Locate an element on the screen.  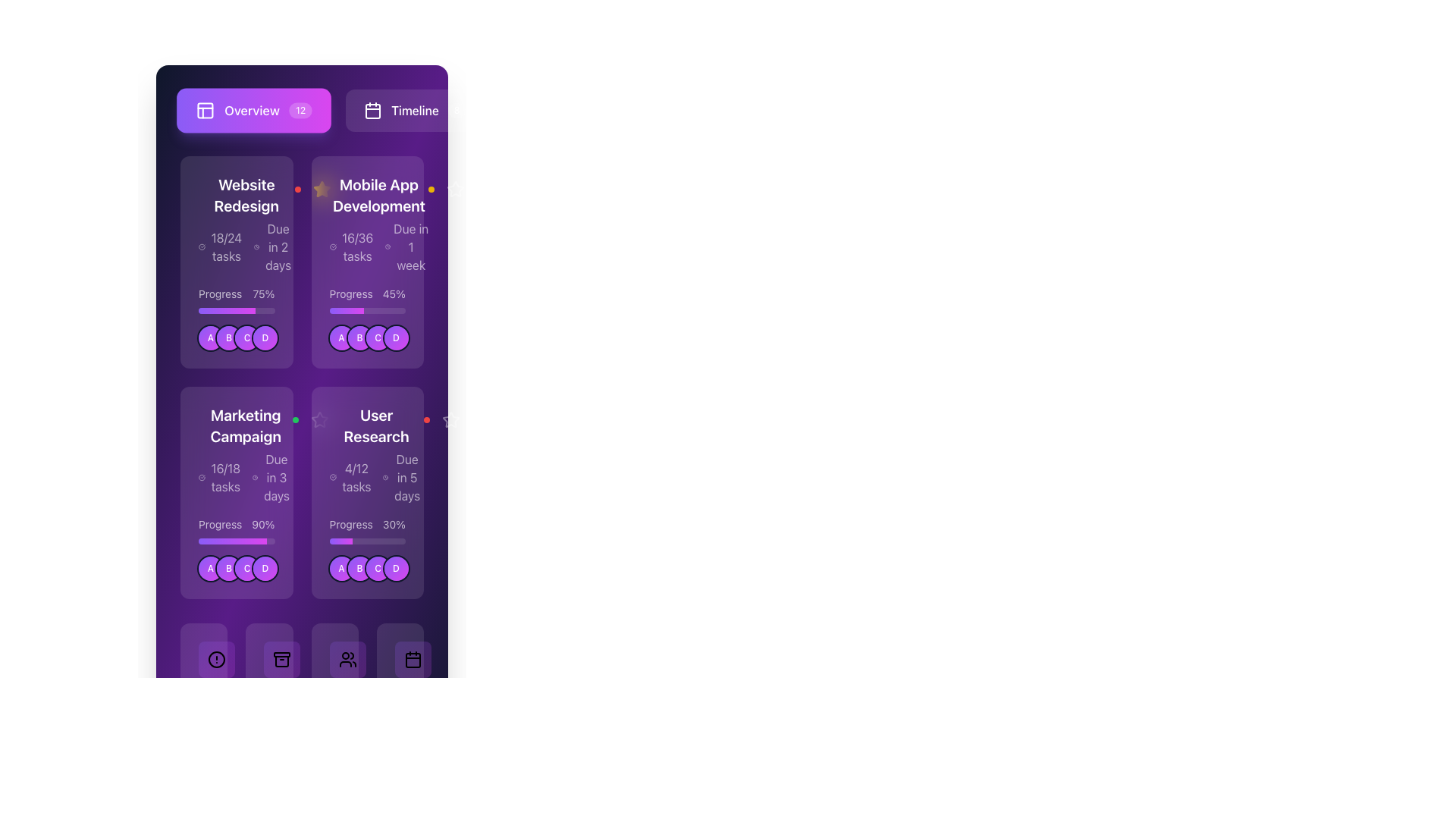
the third circular icon labeled 'C' in the progress section of the 'Website Redesign' task card, which serves as a static visual indicator or avatar is located at coordinates (247, 337).